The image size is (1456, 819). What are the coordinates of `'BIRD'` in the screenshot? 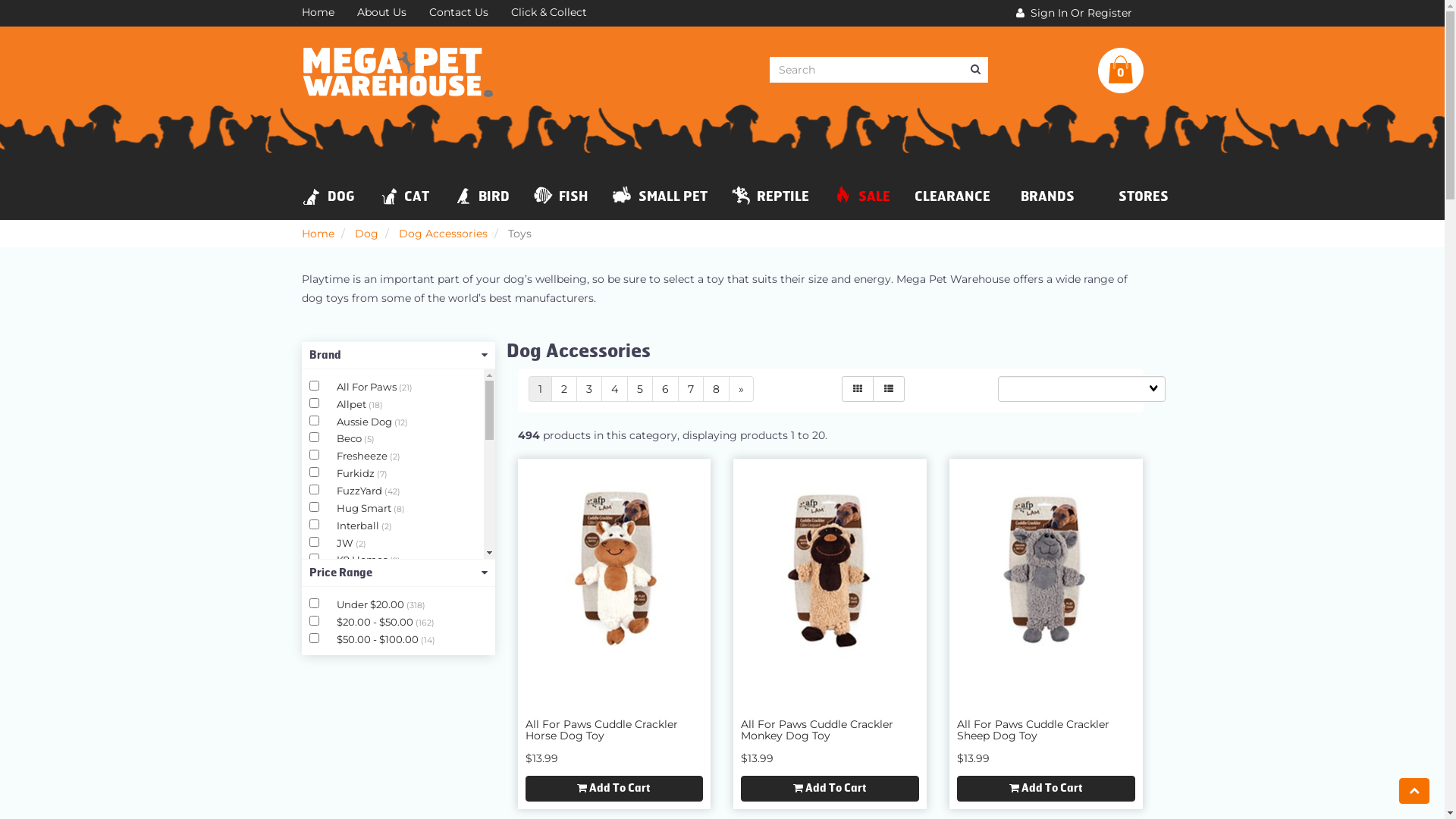 It's located at (480, 196).